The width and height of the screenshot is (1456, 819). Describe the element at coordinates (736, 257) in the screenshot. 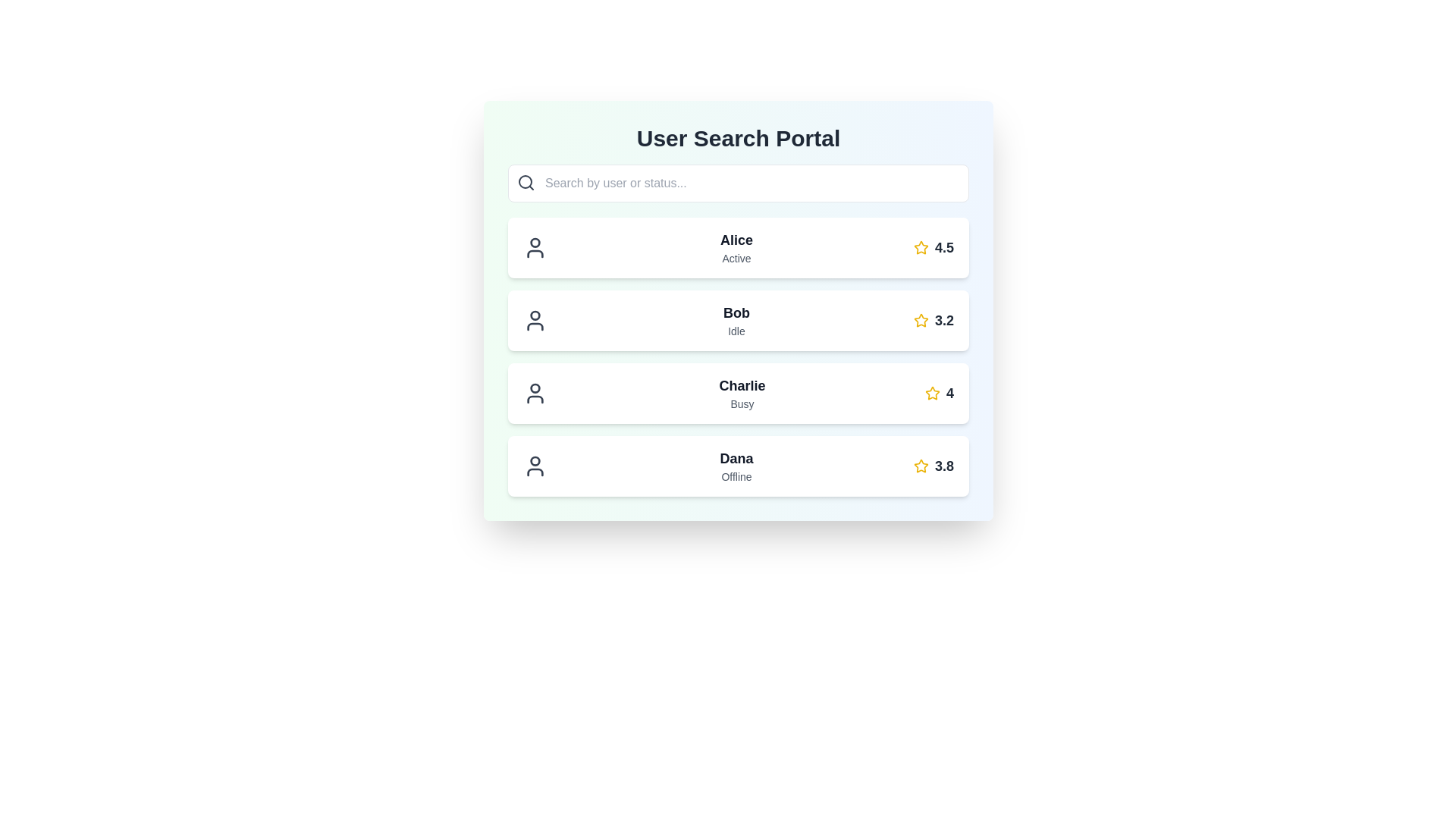

I see `text content of the 'Active' label located beneath the name 'Alice' in the user entries list` at that location.